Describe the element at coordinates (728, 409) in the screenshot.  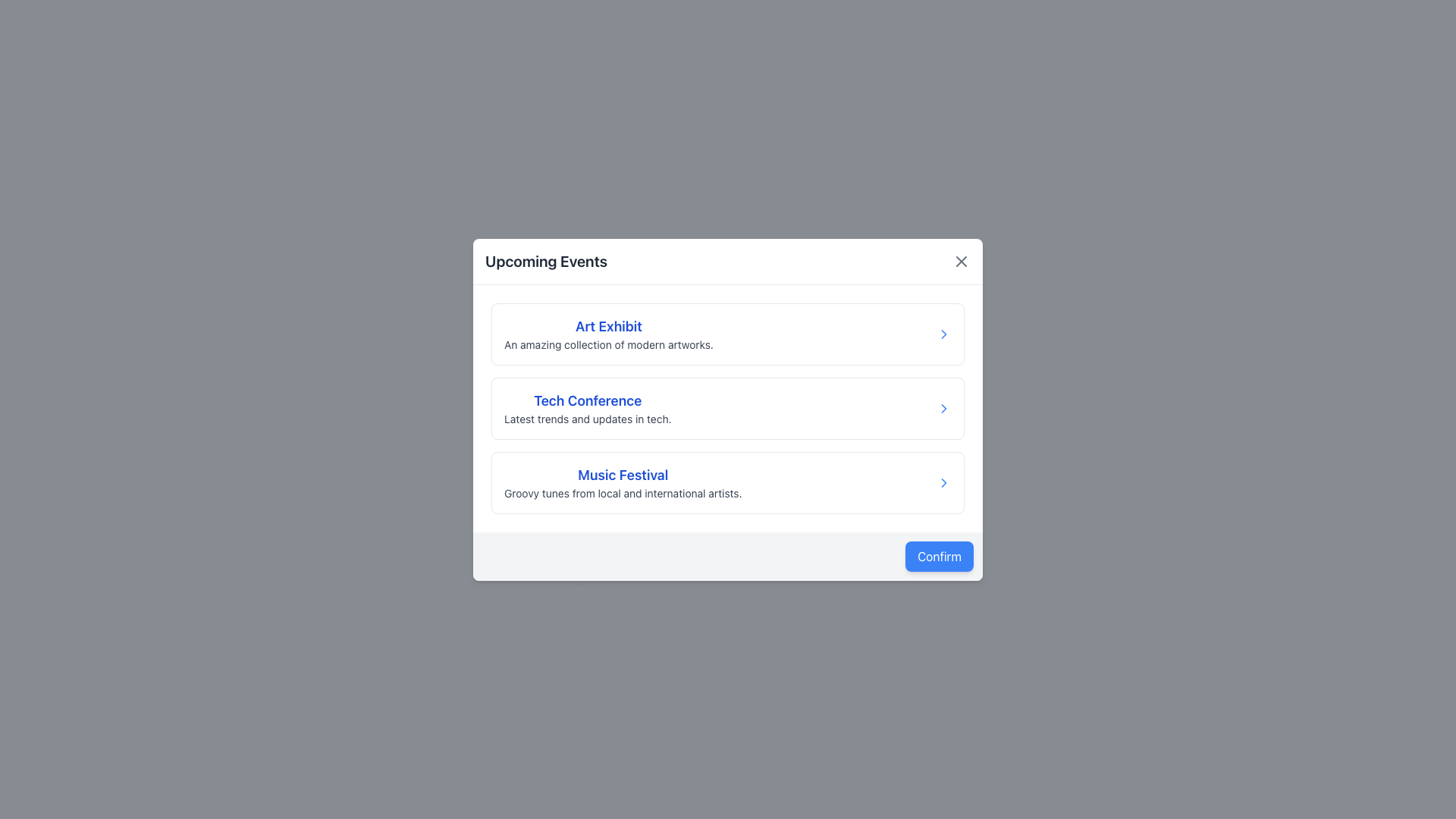
I see `the 'Tech Conference' list item, which is the second entry in a modal dialog` at that location.